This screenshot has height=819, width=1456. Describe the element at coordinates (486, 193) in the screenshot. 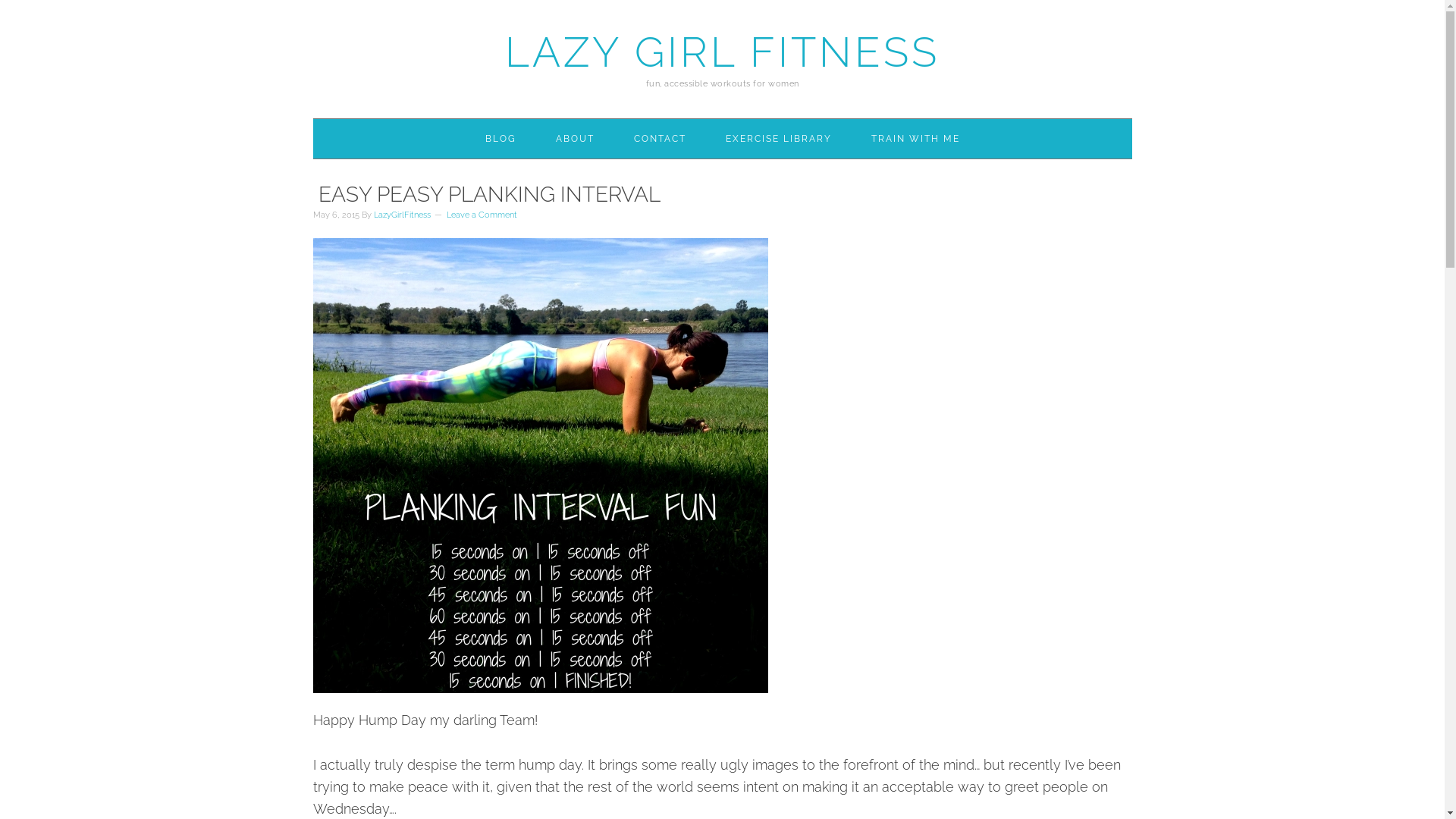

I see `' EASY PEASY PLANKING INTERVAL'` at that location.